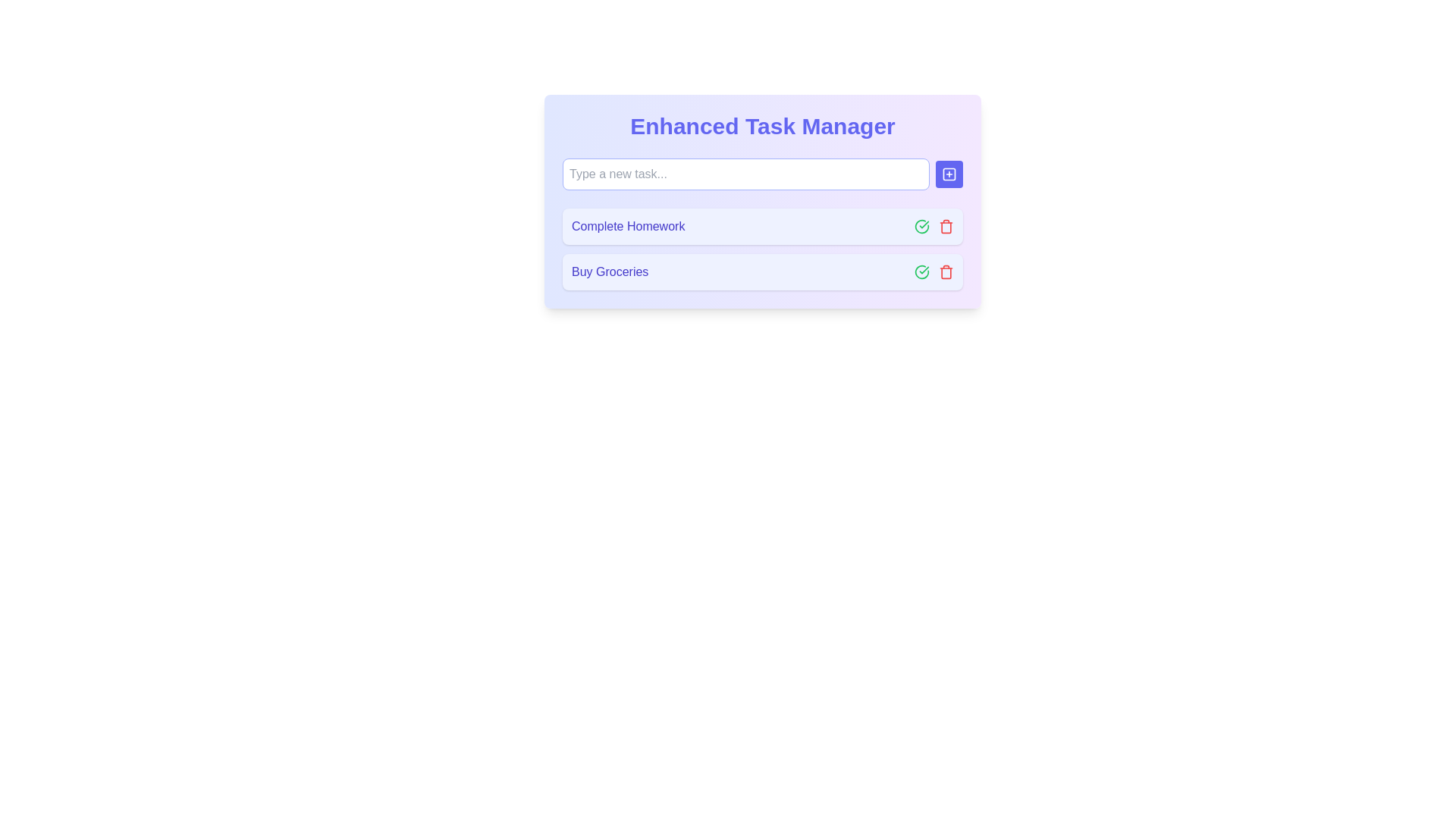  What do you see at coordinates (610, 271) in the screenshot?
I see `the text label reading 'Buy Groceries', styled with an indigo font color and medium font weight, which is the second item in the vertical task list` at bounding box center [610, 271].